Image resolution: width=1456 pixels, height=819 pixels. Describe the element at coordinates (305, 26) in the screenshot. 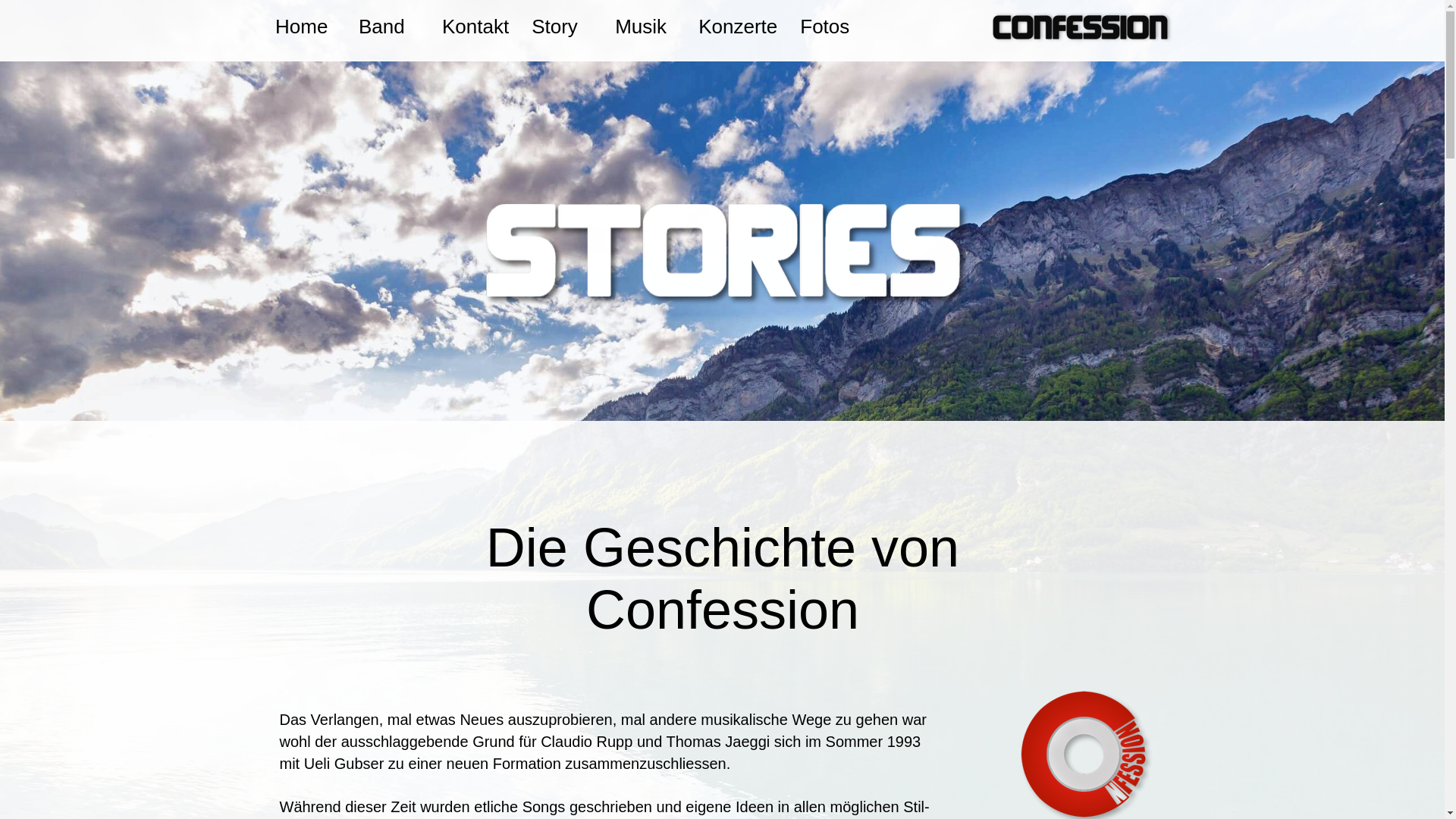

I see `'Home'` at that location.